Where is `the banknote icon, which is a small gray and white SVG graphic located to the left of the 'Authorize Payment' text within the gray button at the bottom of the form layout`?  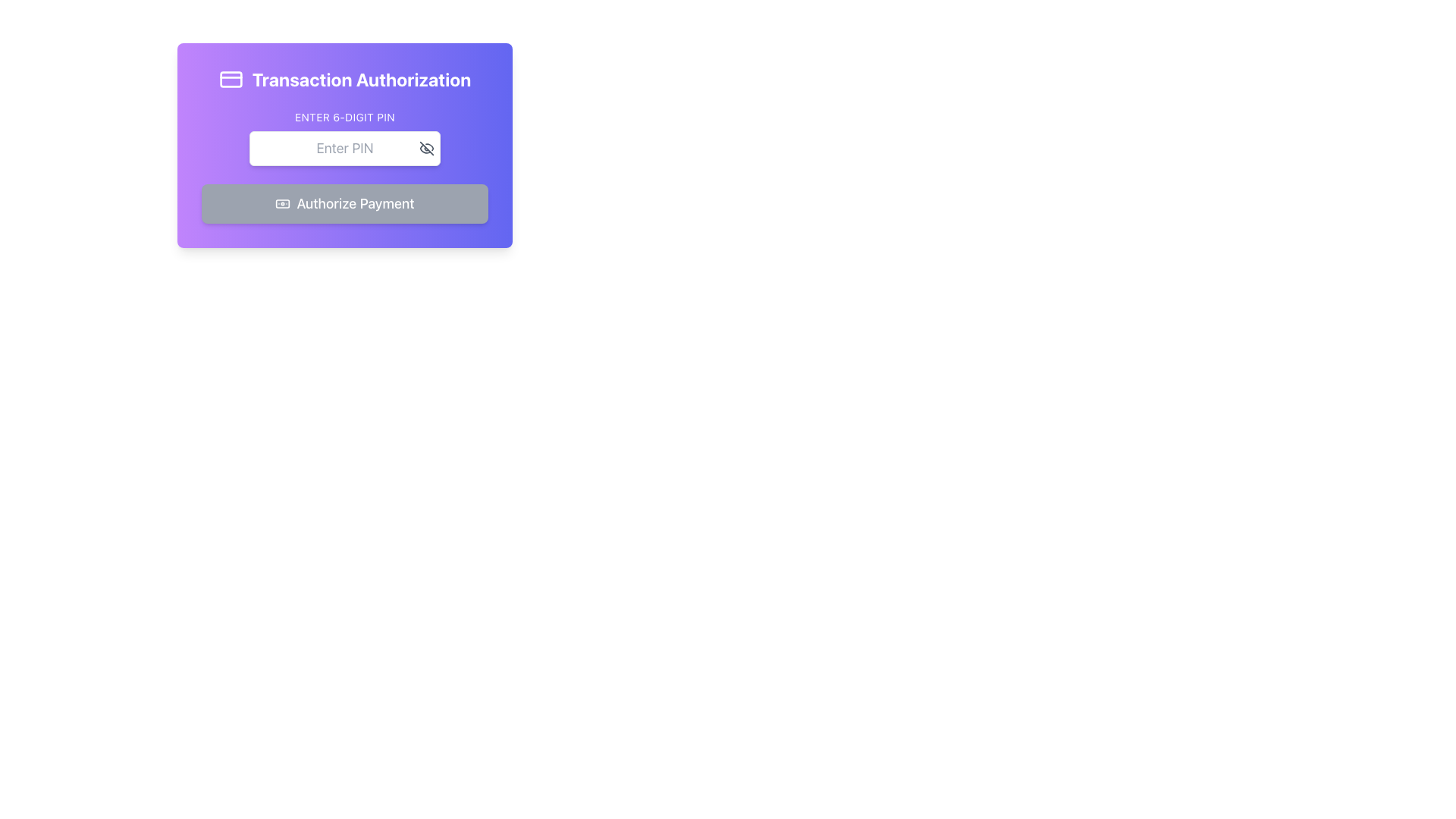
the banknote icon, which is a small gray and white SVG graphic located to the left of the 'Authorize Payment' text within the gray button at the bottom of the form layout is located at coordinates (283, 203).